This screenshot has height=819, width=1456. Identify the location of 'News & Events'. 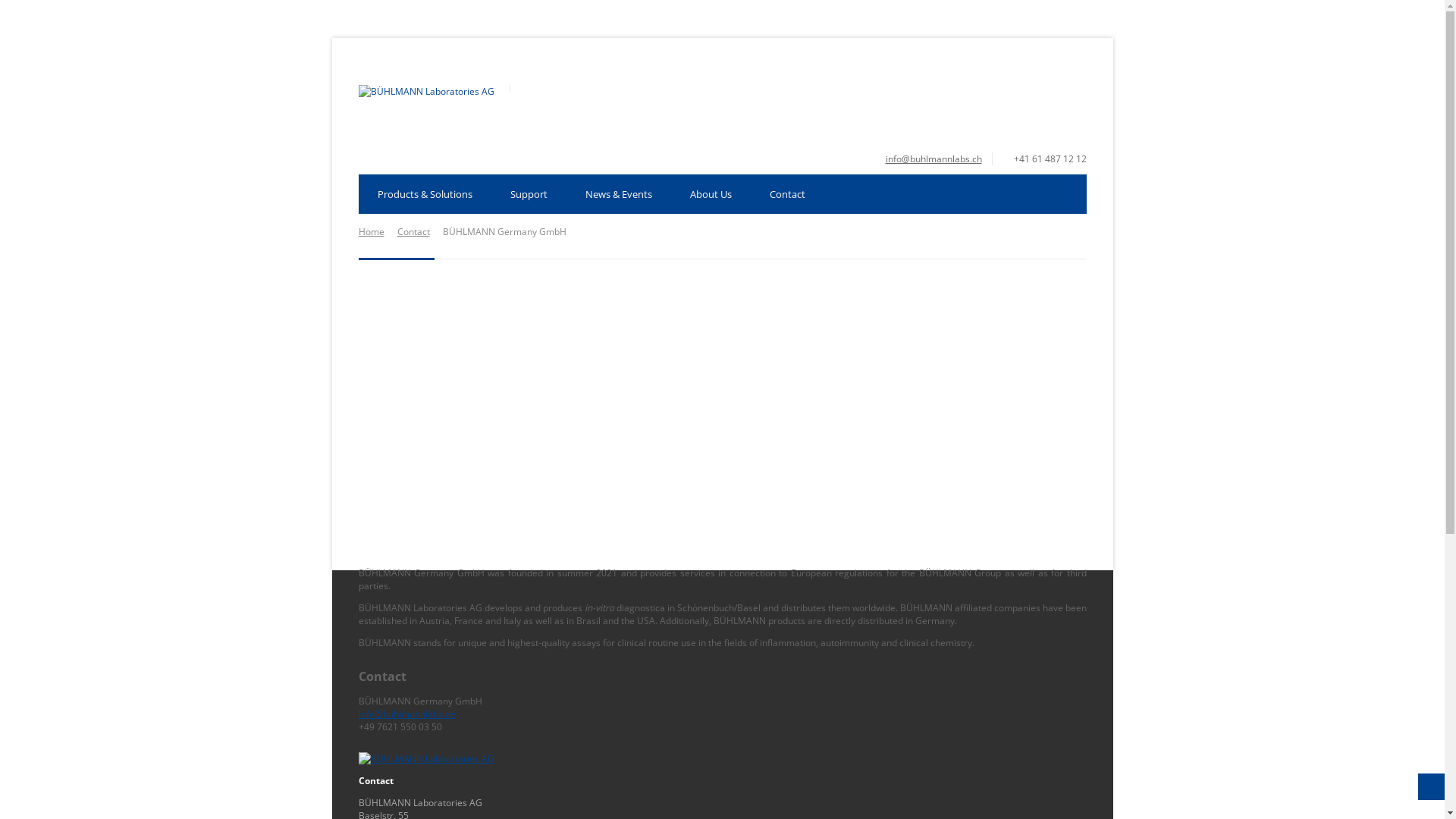
(618, 193).